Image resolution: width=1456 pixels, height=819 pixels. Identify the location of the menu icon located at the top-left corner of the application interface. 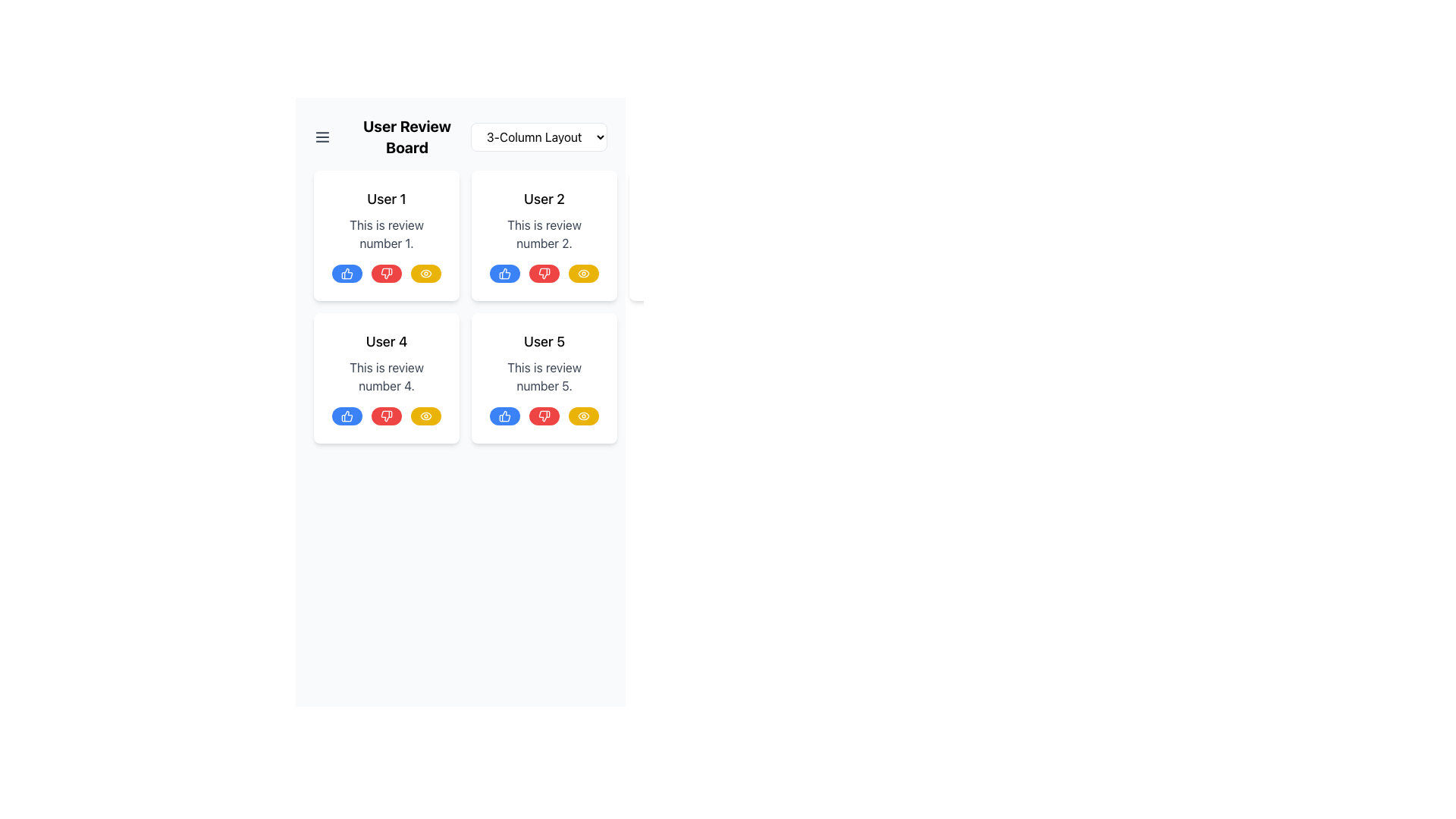
(322, 137).